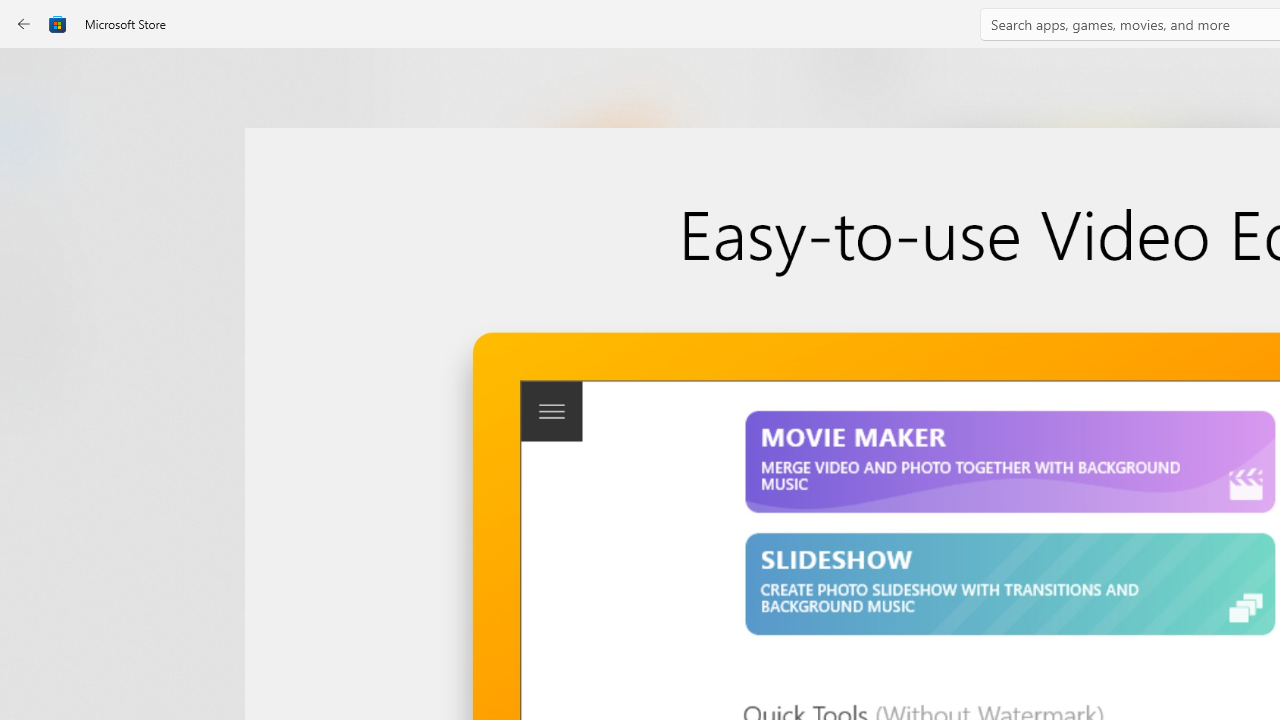  I want to click on 'Gaming', so click(35, 203).